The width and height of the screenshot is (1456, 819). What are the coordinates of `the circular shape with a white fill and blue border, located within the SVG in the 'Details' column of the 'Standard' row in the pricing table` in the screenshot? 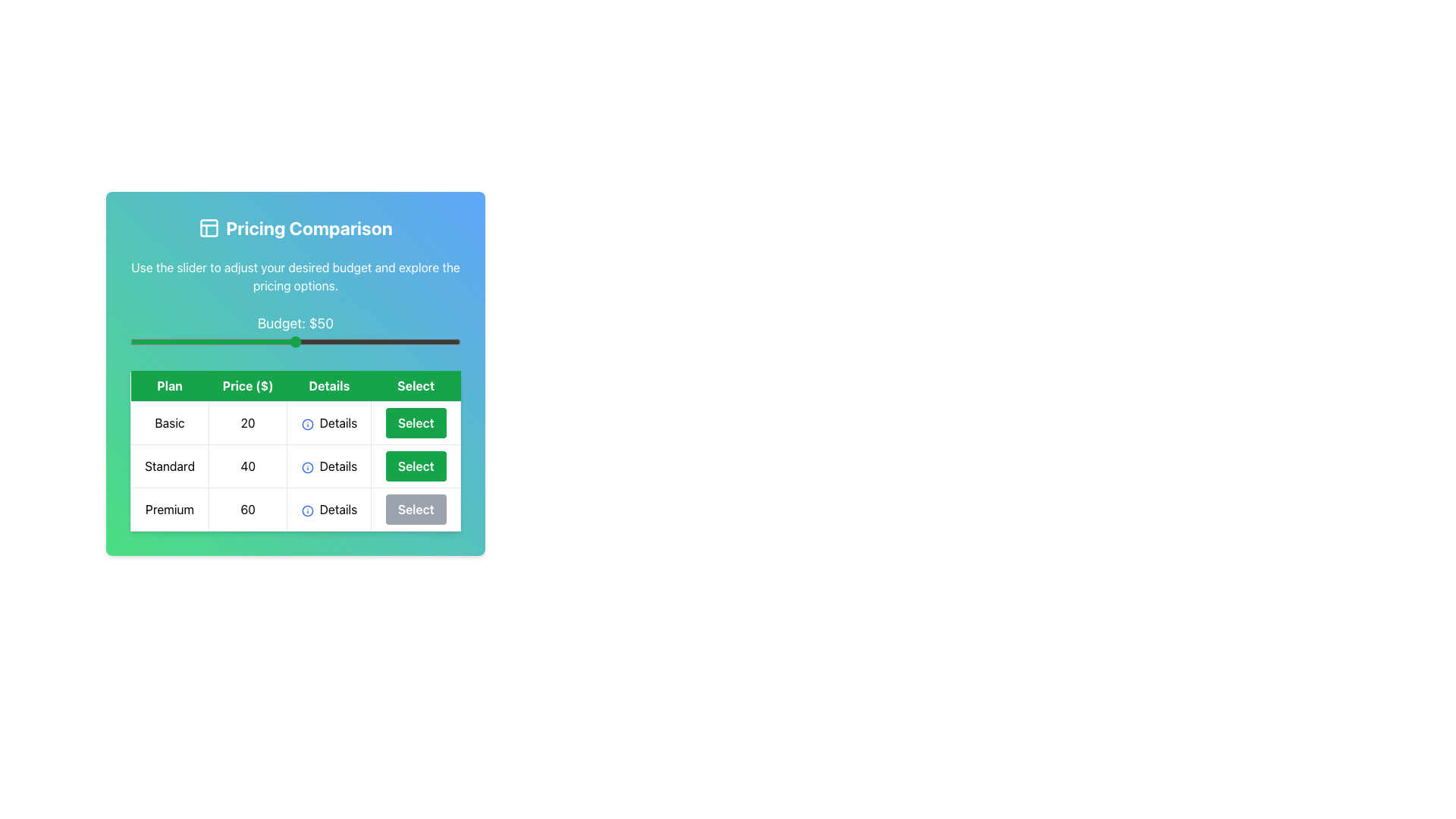 It's located at (306, 466).